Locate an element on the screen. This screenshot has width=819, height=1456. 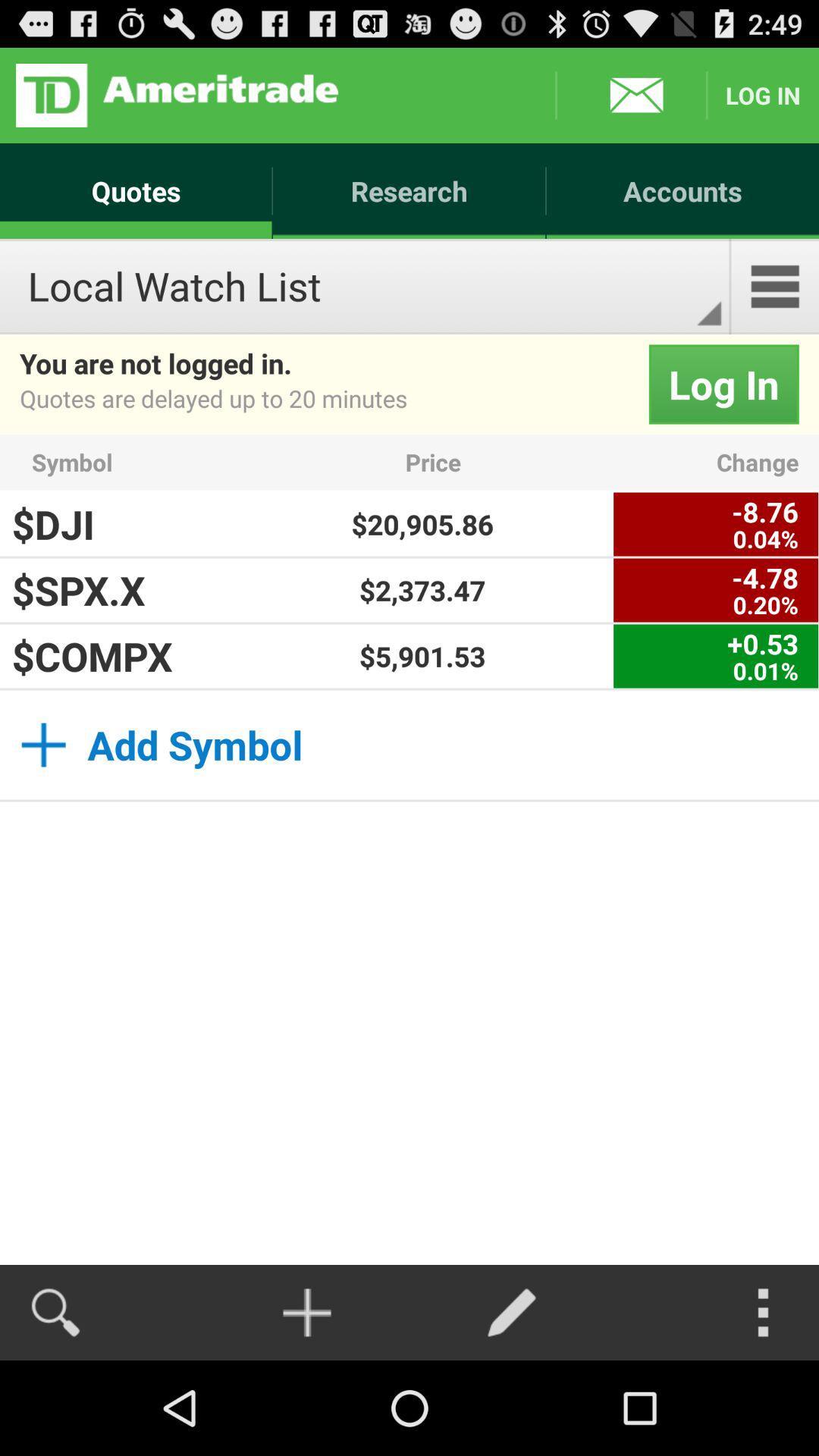
the item next to local watch list item is located at coordinates (775, 287).